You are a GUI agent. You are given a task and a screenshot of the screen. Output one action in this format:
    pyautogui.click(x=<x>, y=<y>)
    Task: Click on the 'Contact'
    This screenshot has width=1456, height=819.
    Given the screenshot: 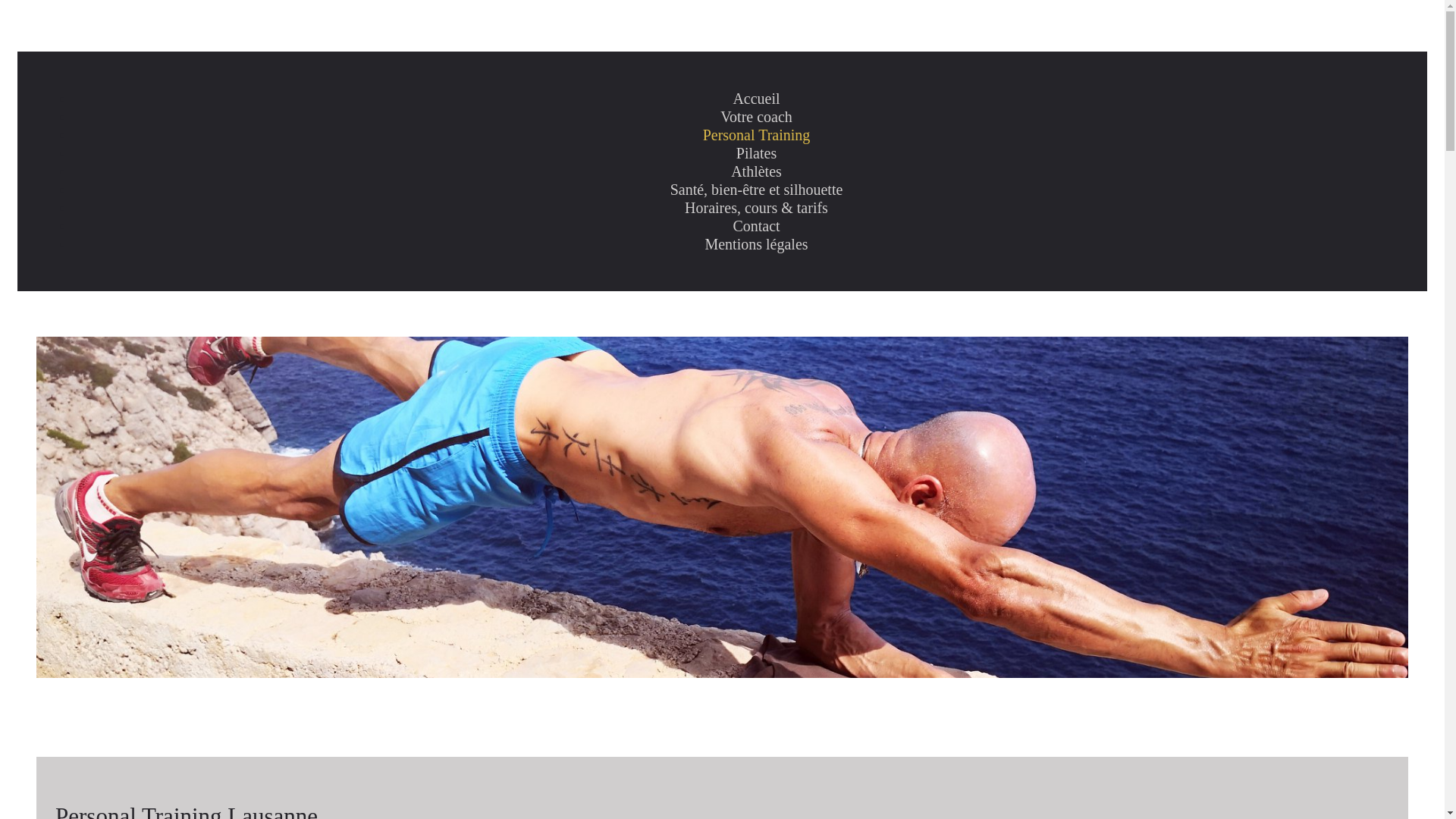 What is the action you would take?
    pyautogui.click(x=756, y=225)
    